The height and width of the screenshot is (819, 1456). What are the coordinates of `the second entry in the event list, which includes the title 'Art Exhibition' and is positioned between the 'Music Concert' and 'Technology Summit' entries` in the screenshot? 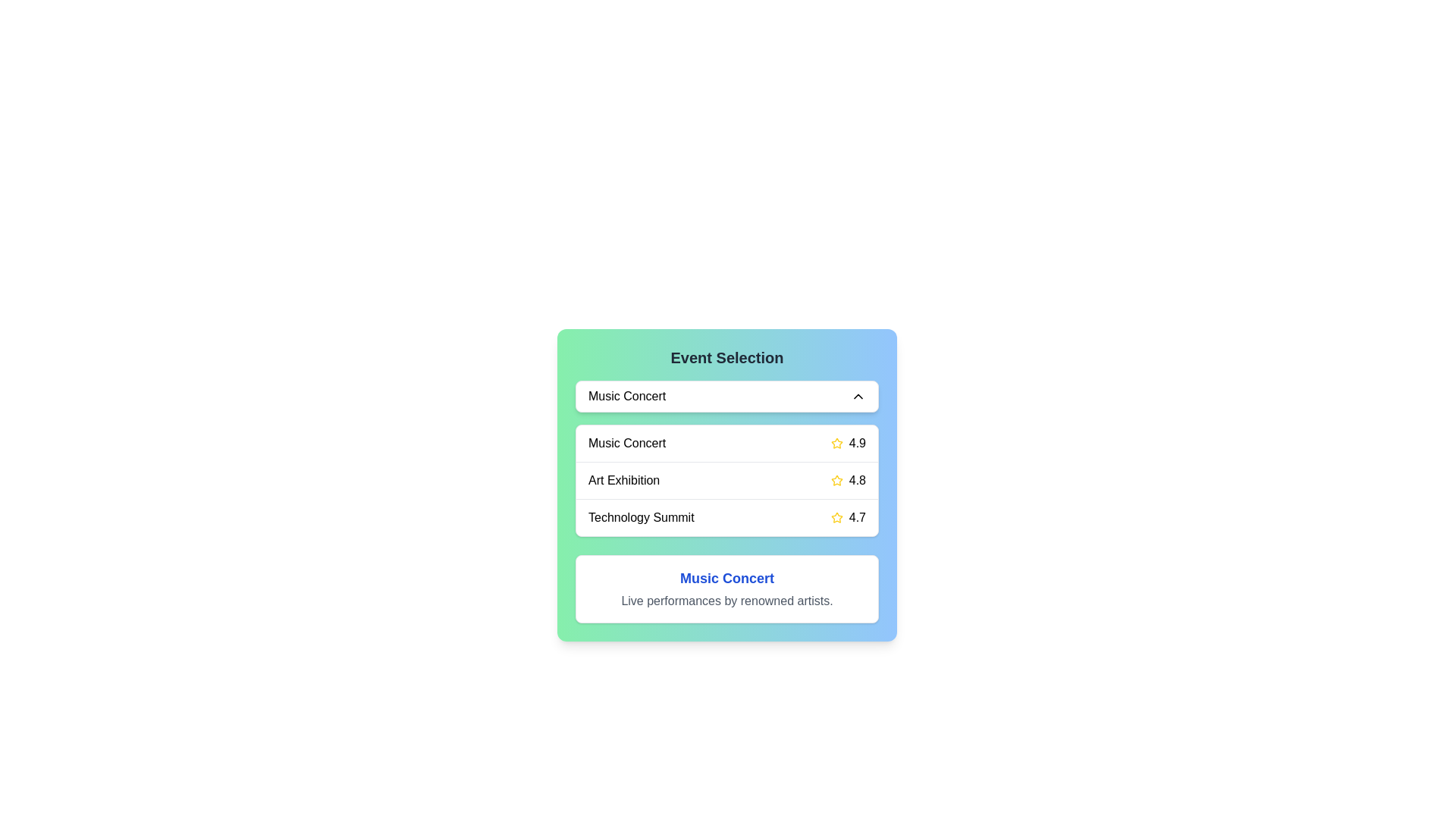 It's located at (726, 480).